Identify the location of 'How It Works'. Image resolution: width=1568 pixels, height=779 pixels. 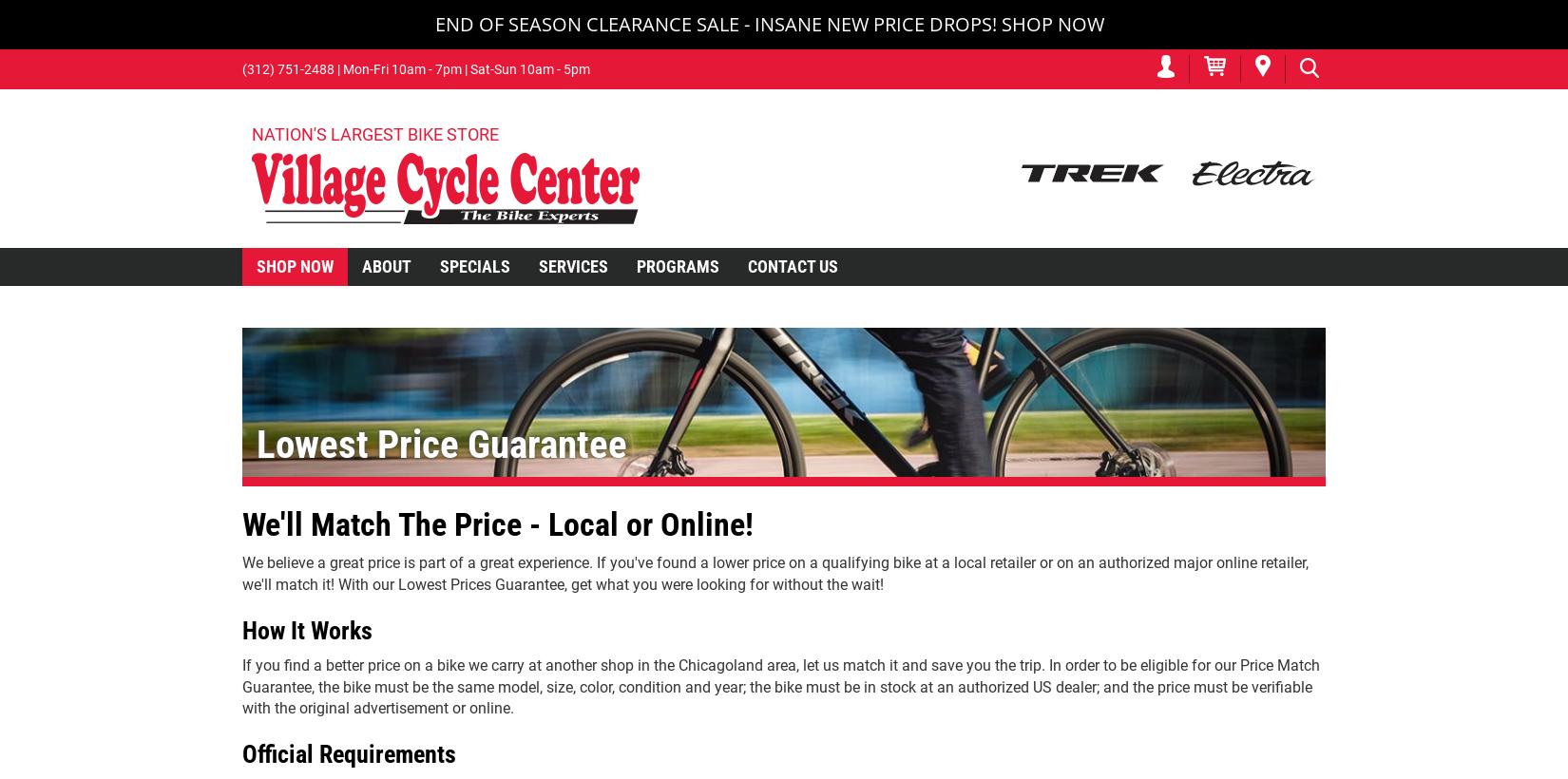
(307, 630).